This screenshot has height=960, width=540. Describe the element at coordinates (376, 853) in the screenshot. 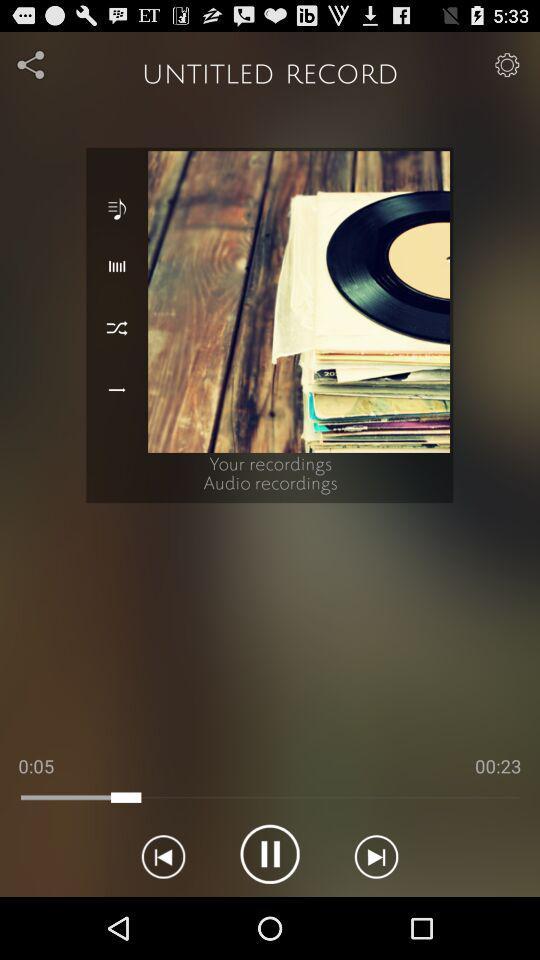

I see `next` at that location.